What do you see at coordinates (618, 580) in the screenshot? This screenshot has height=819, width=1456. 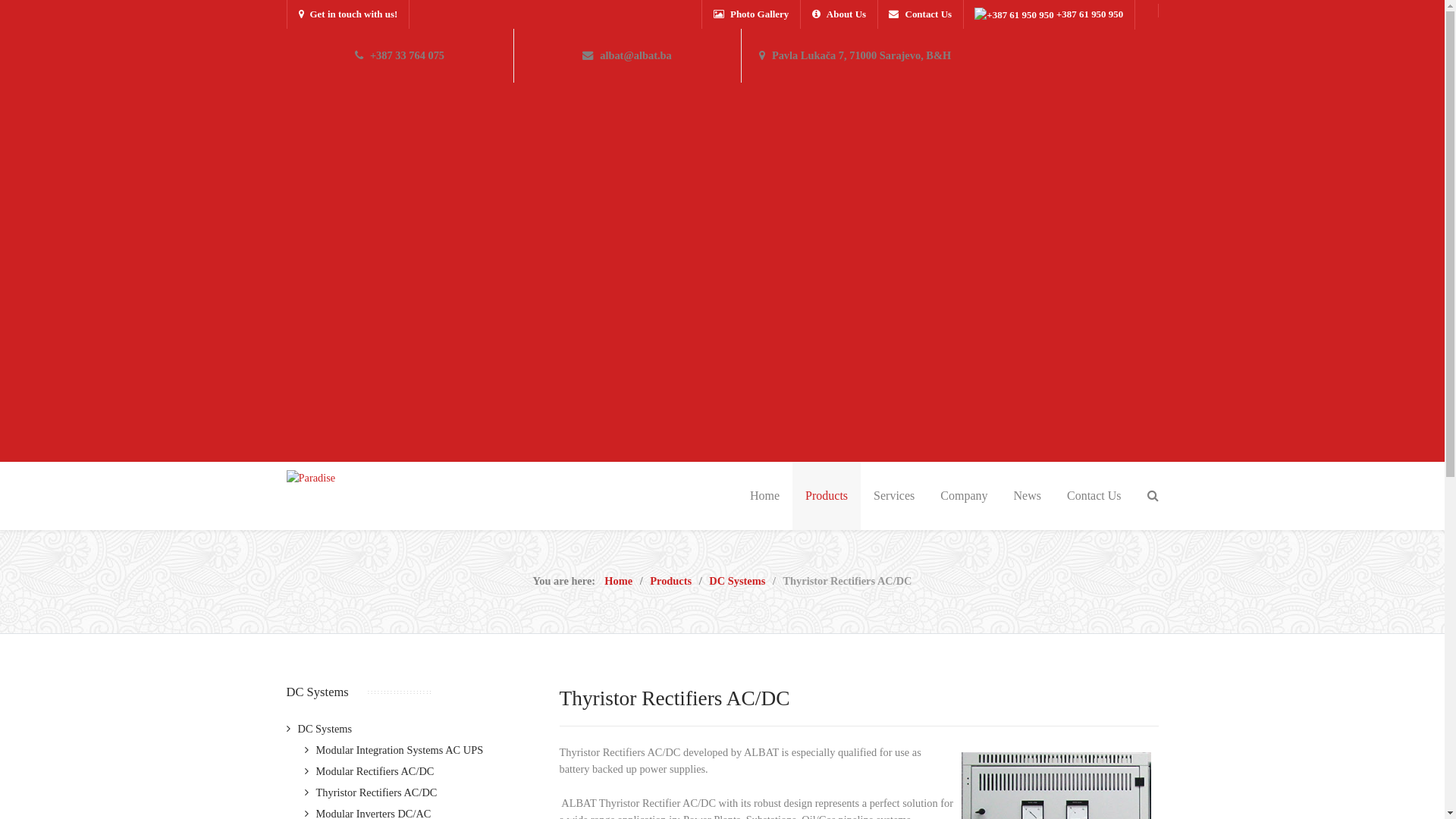 I see `'Home'` at bounding box center [618, 580].